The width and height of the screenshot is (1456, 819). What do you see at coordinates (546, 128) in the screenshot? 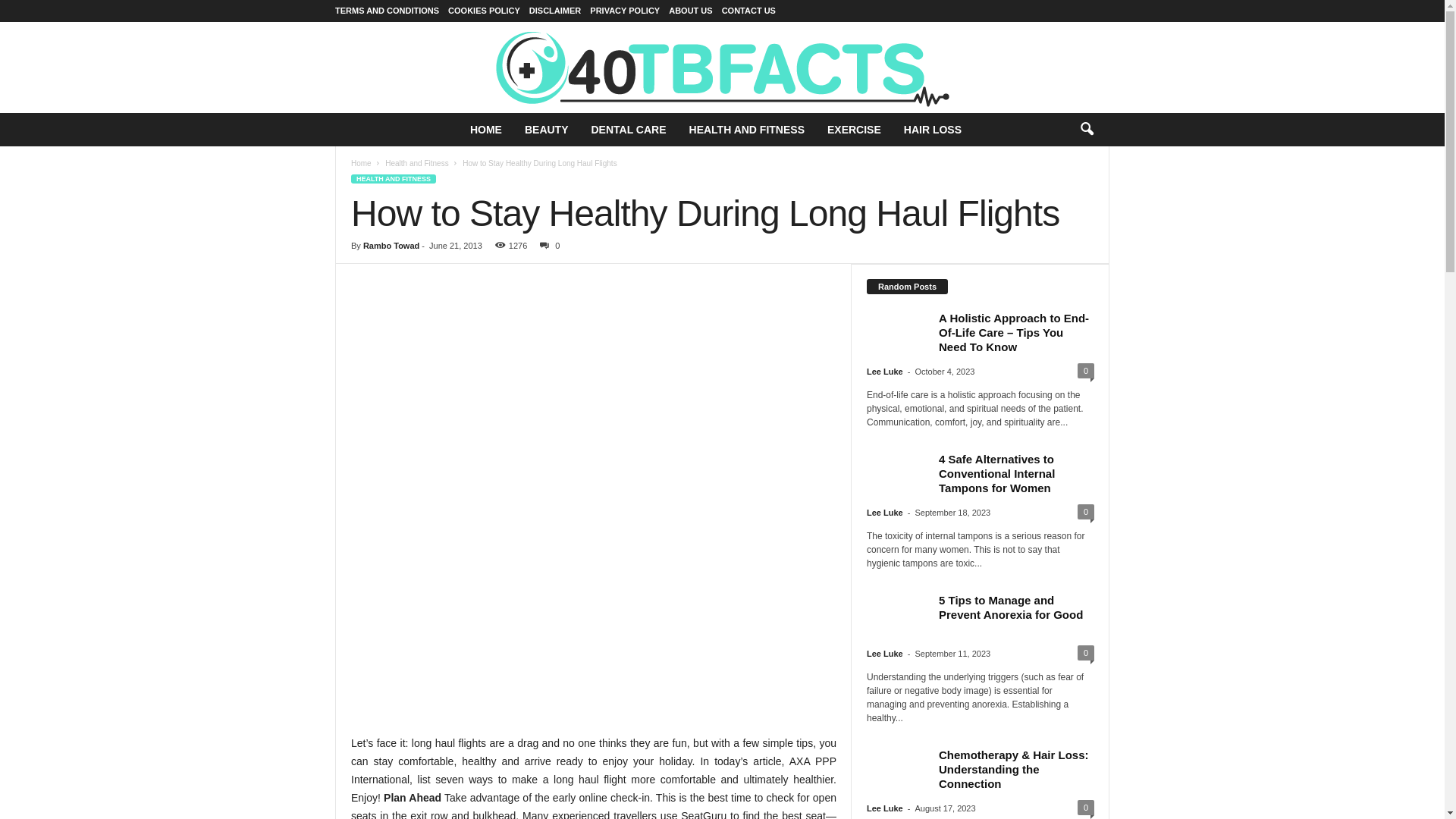
I see `'BEAUTY'` at bounding box center [546, 128].